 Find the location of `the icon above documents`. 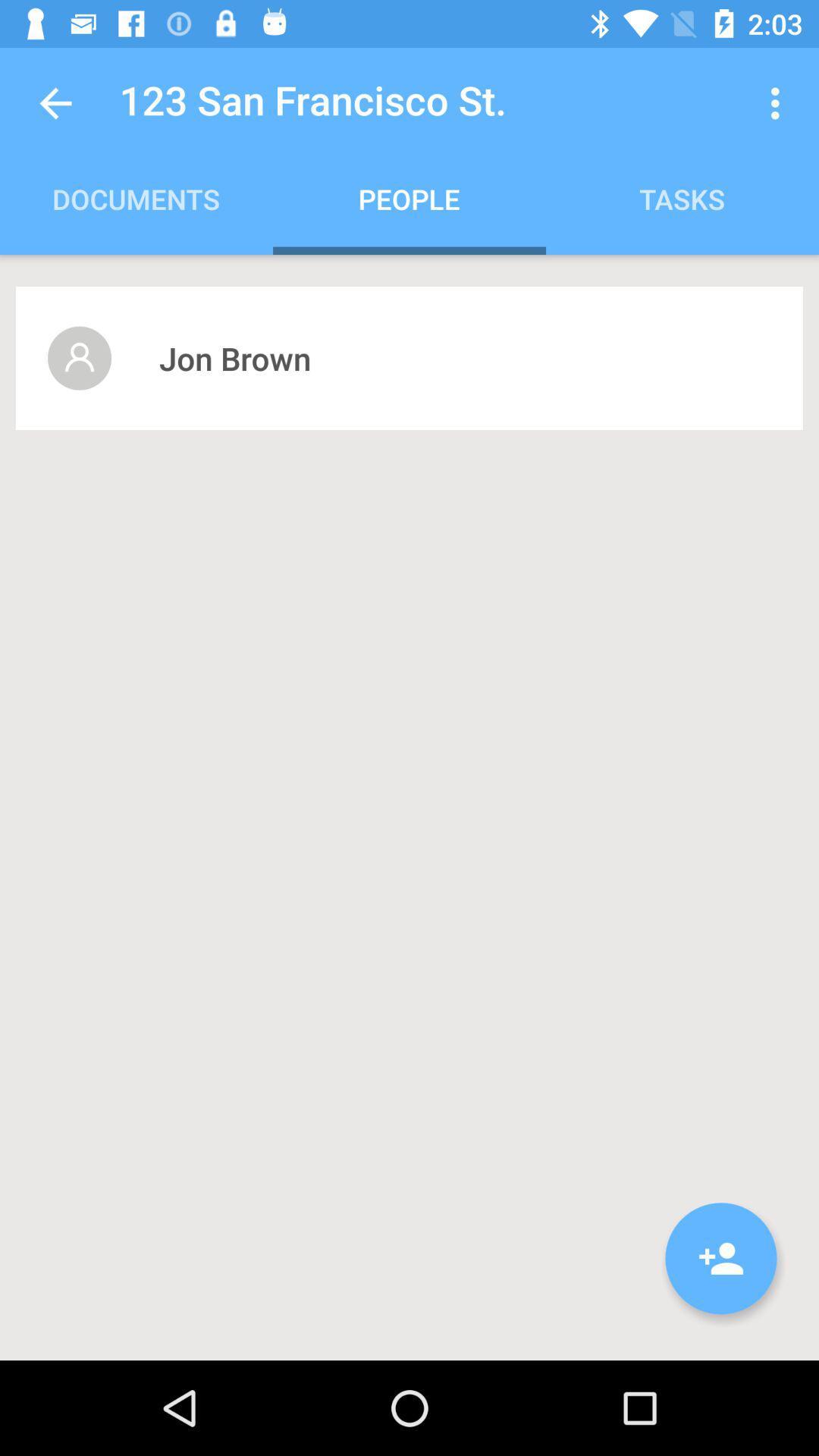

the icon above documents is located at coordinates (55, 102).